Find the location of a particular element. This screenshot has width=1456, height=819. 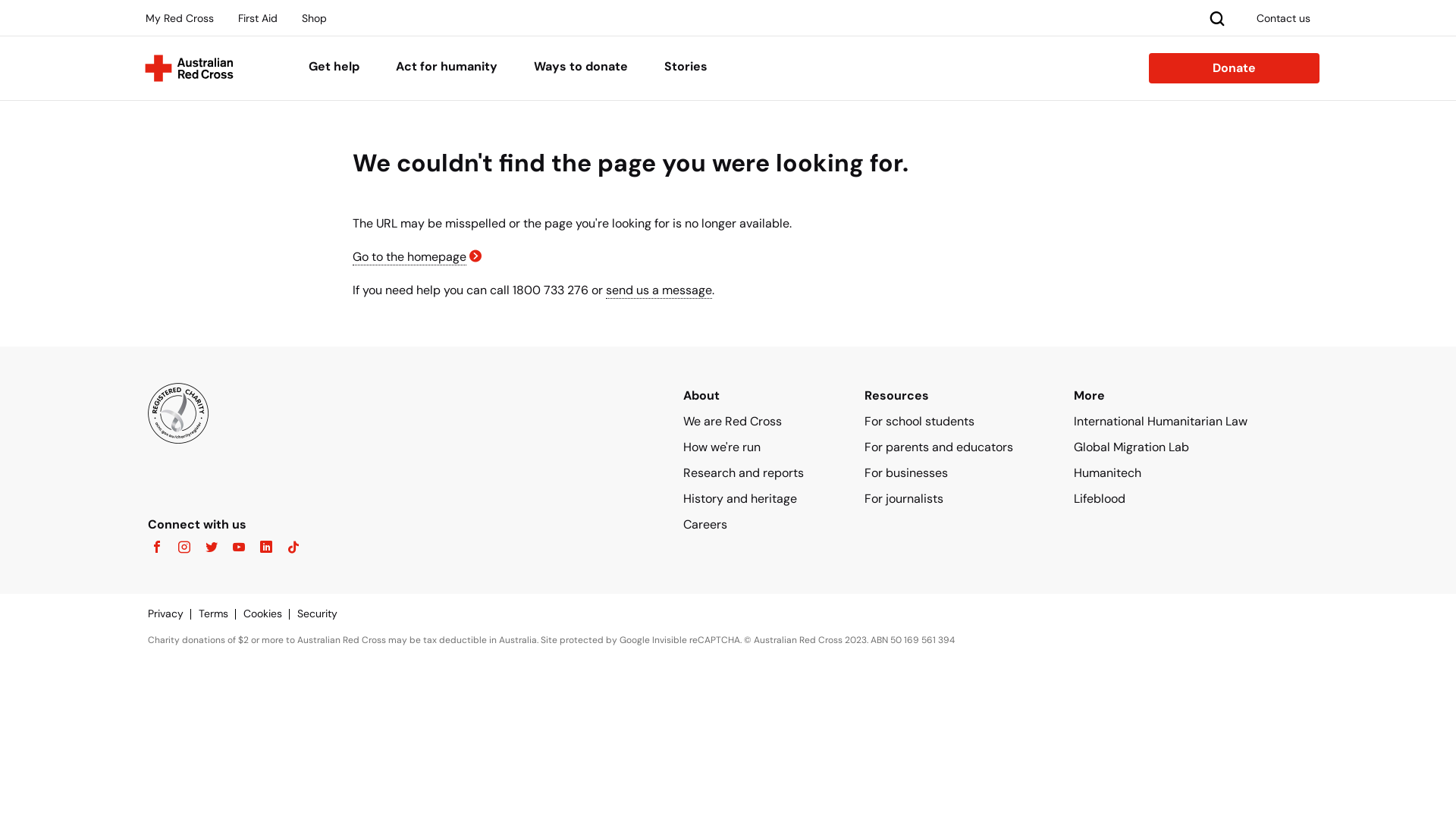

'Go to the homepage' is located at coordinates (409, 256).